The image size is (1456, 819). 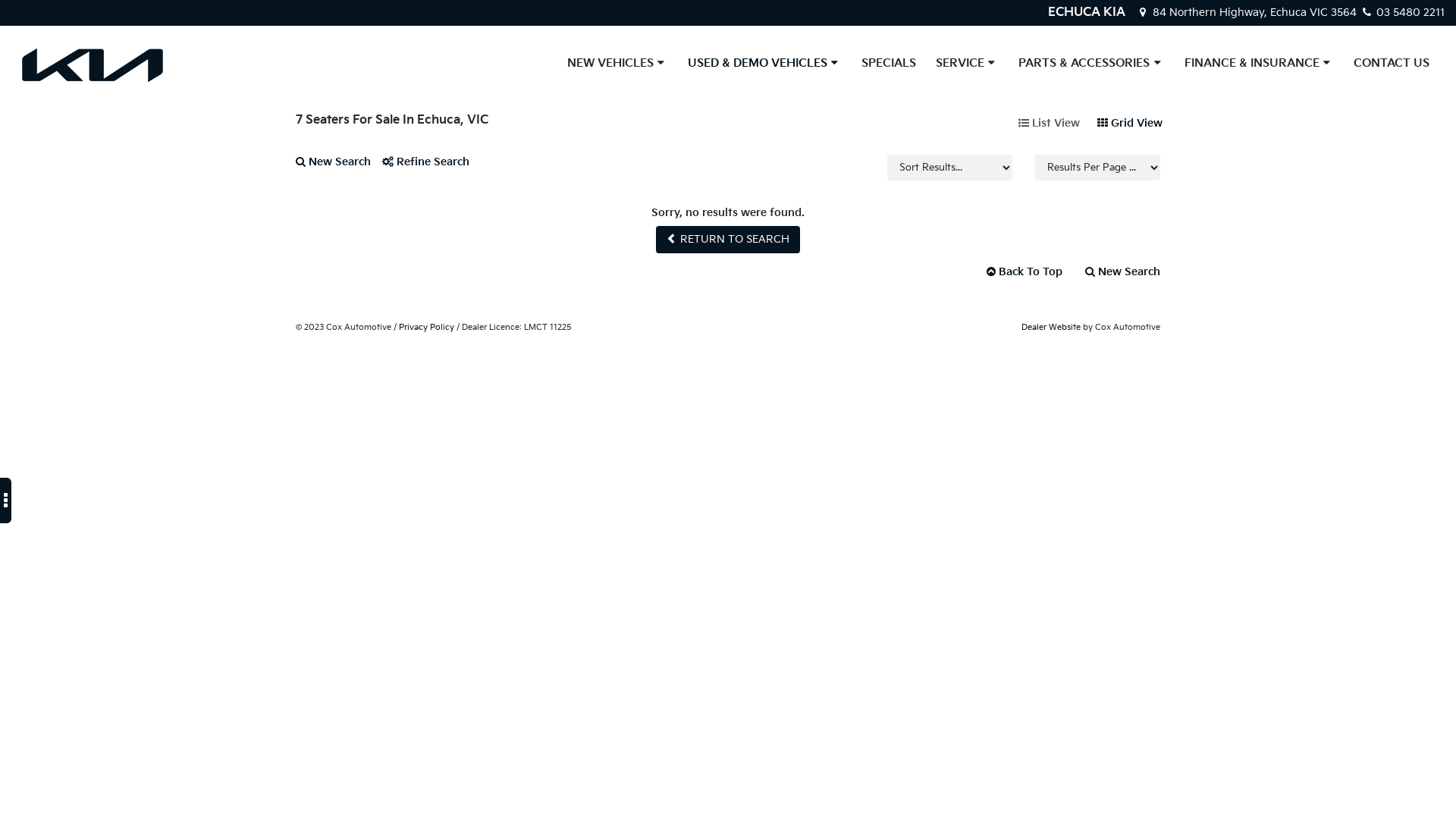 What do you see at coordinates (1090, 63) in the screenshot?
I see `'PARTS & ACCESSORIES'` at bounding box center [1090, 63].